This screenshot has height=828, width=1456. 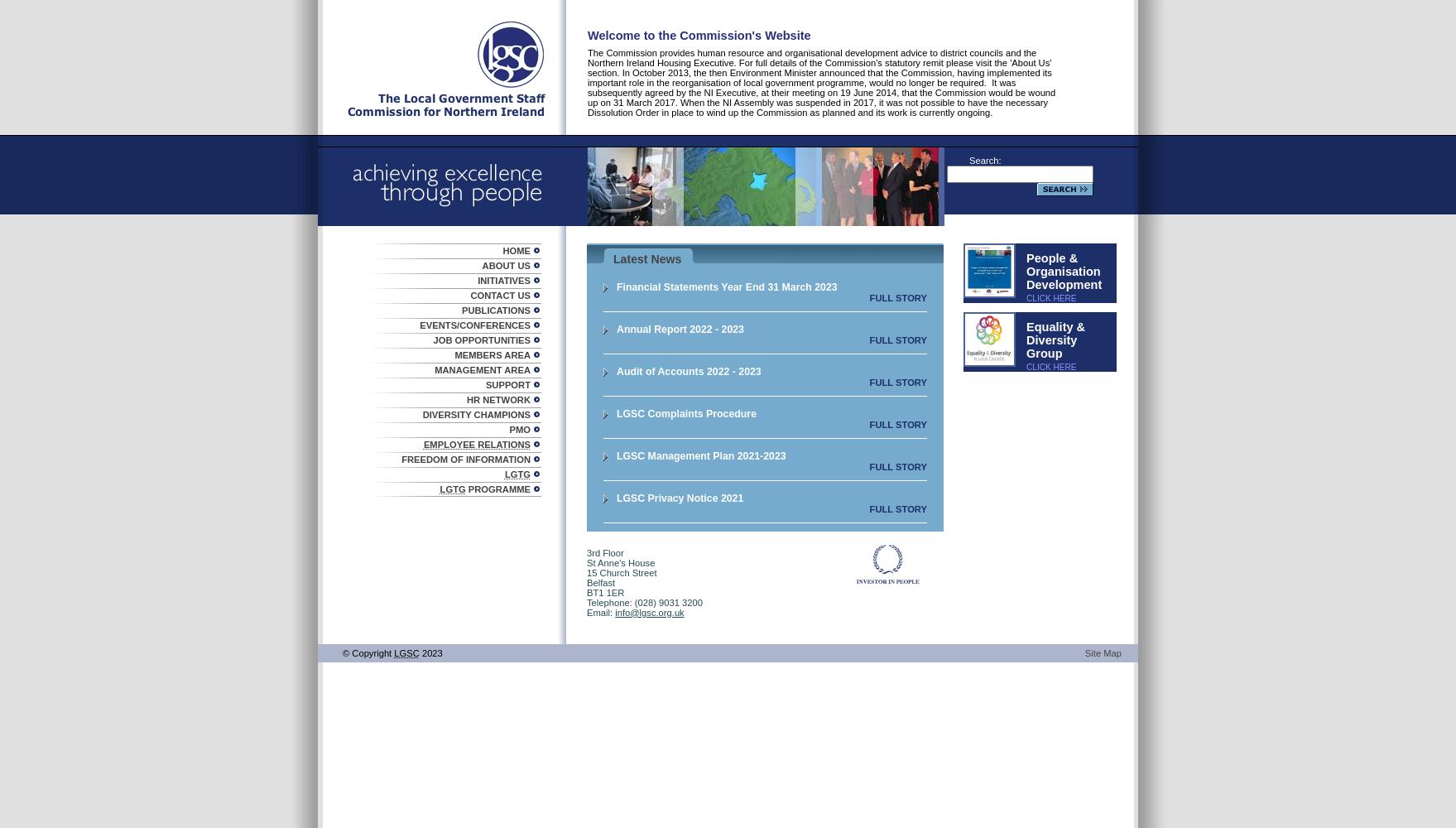 What do you see at coordinates (432, 339) in the screenshot?
I see `'JOB OPPORTUNITIES'` at bounding box center [432, 339].